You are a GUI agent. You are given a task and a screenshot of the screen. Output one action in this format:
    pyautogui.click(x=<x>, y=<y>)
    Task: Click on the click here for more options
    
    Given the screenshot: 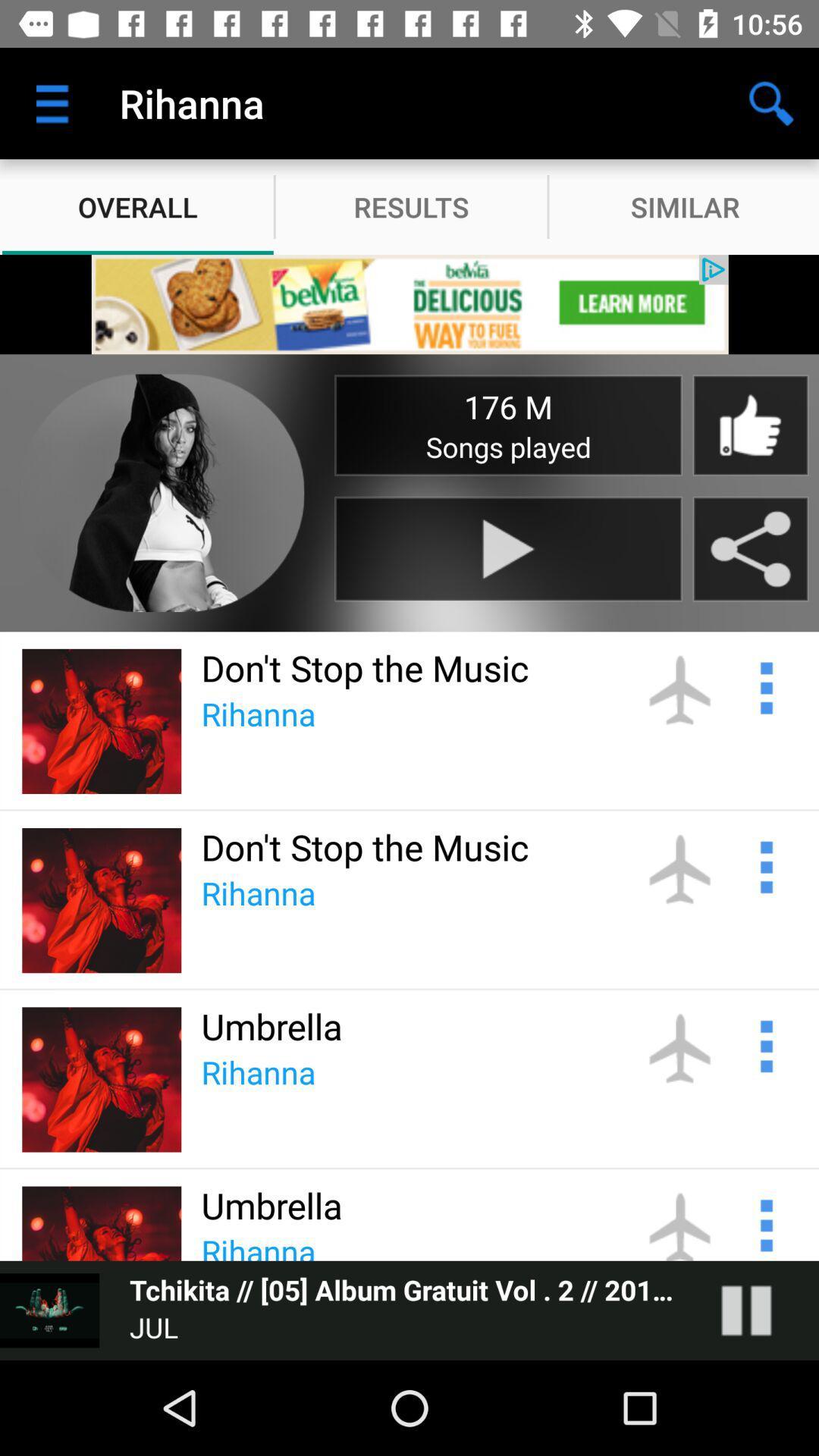 What is the action you would take?
    pyautogui.click(x=764, y=1043)
    